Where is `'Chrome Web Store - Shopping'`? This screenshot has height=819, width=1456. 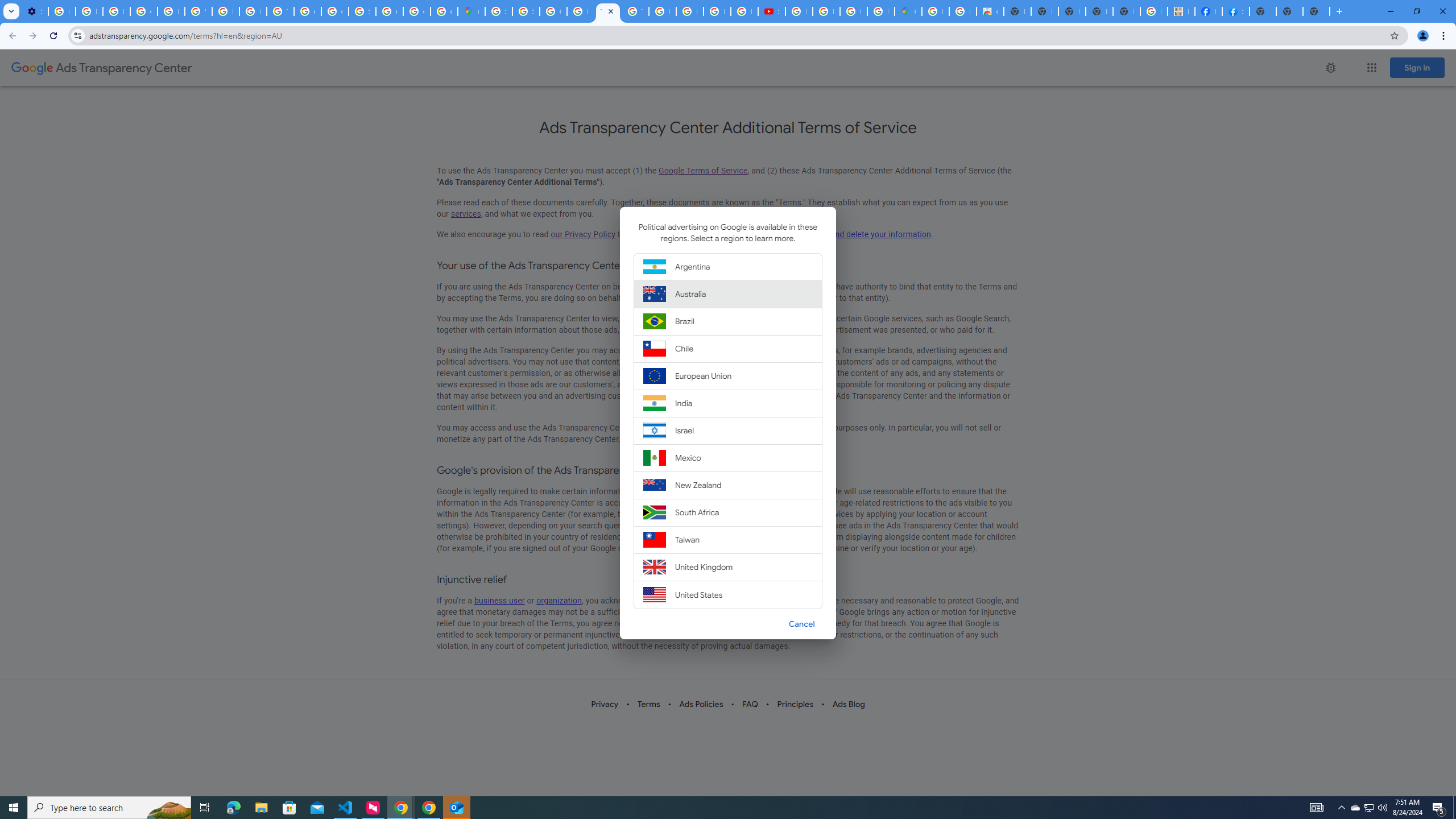
'Chrome Web Store - Shopping' is located at coordinates (990, 11).